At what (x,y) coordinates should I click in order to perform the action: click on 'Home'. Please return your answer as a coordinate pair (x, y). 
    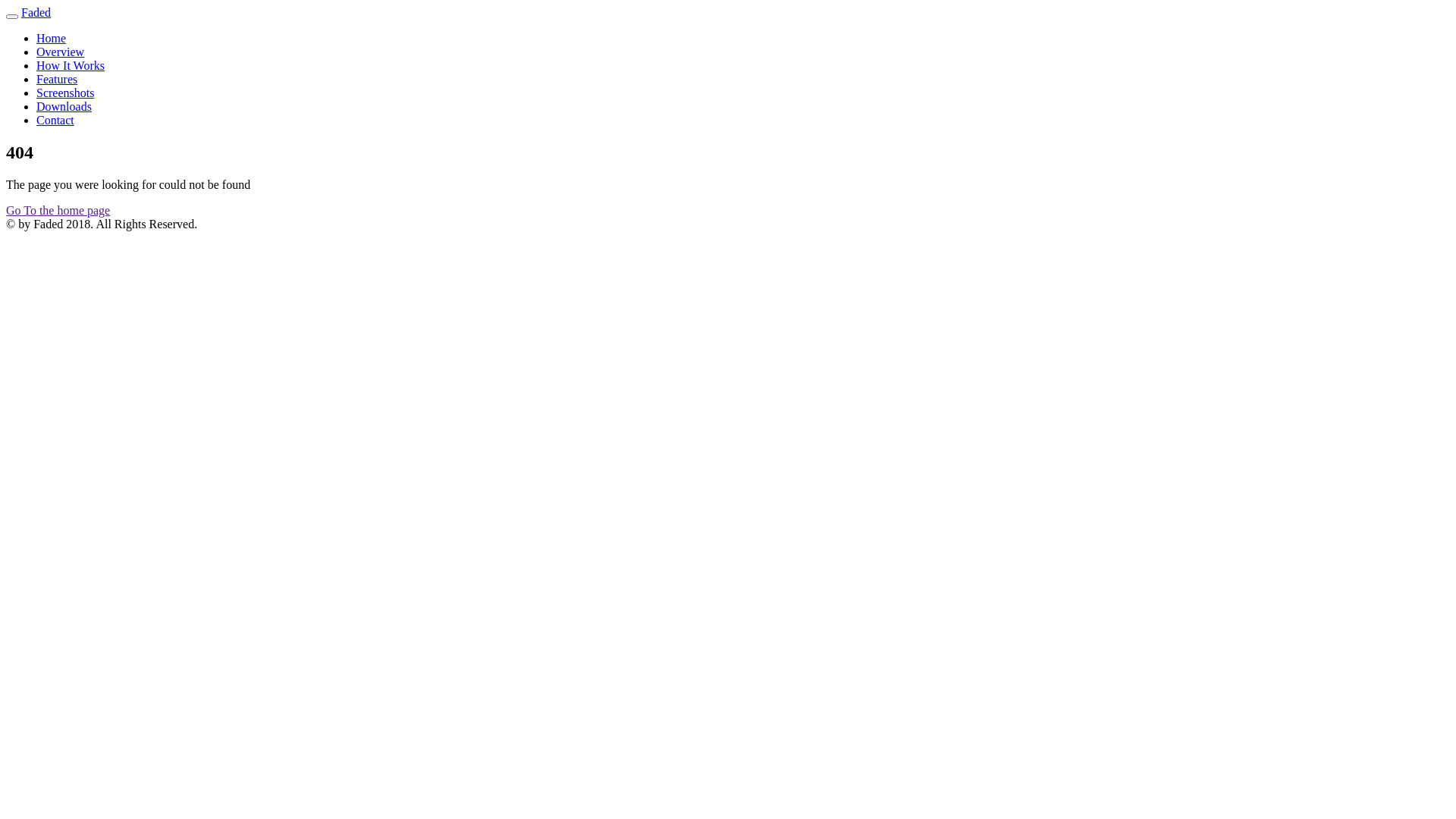
    Looking at the image, I should click on (51, 37).